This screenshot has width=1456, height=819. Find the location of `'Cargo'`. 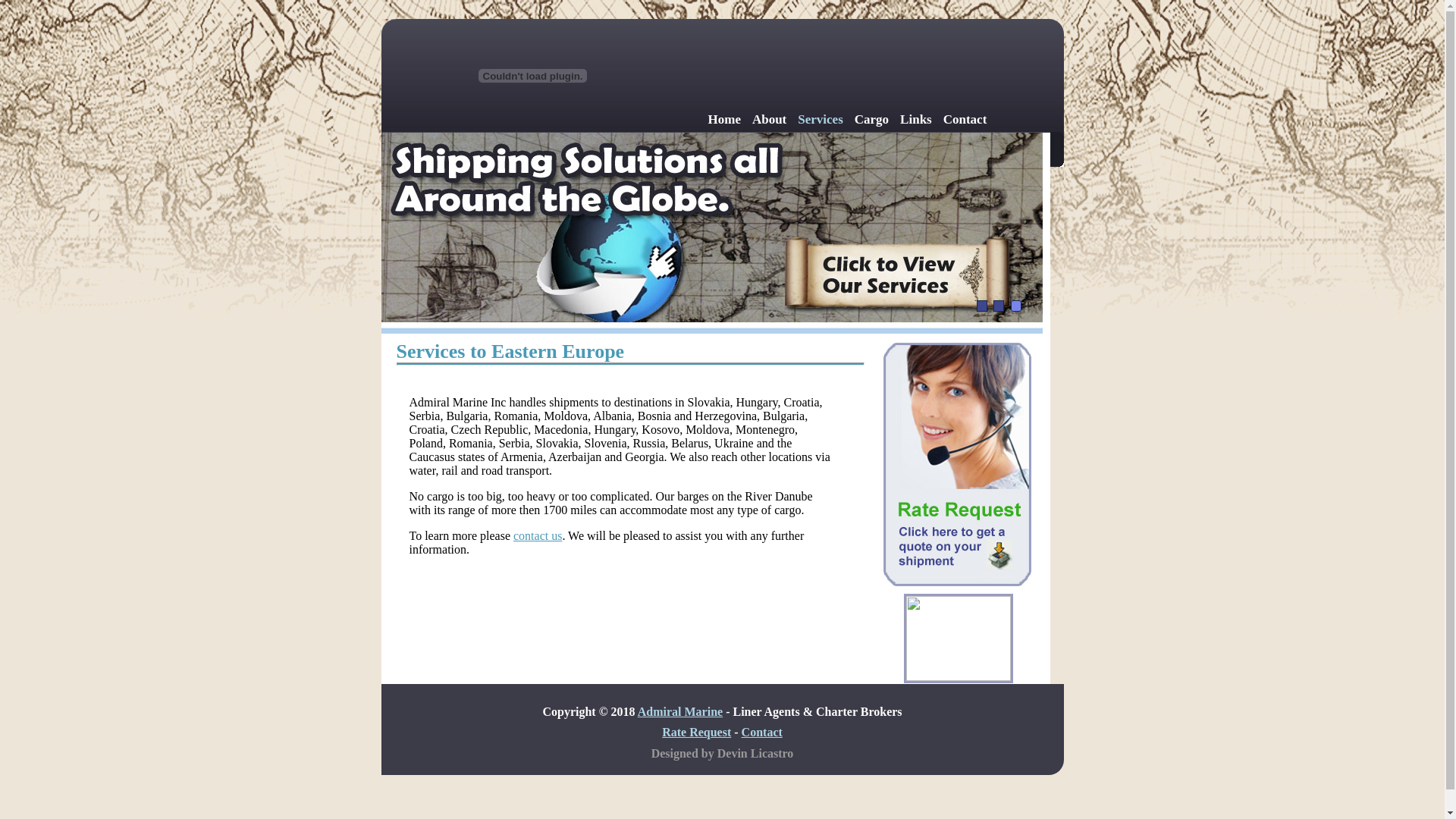

'Cargo' is located at coordinates (855, 118).